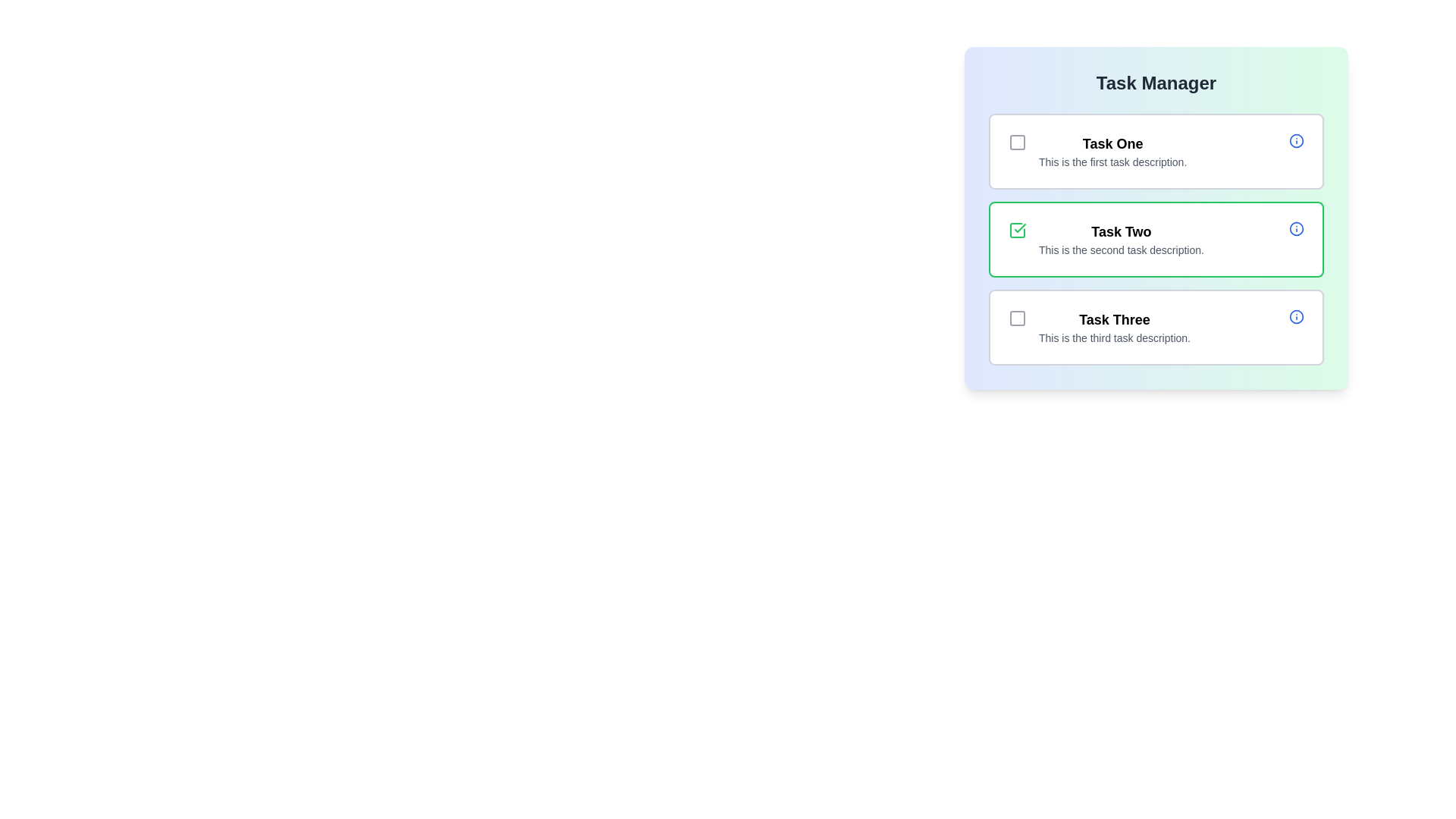 The height and width of the screenshot is (819, 1456). Describe the element at coordinates (1156, 239) in the screenshot. I see `the task item labeled 'Task Two' to mark it as completed` at that location.